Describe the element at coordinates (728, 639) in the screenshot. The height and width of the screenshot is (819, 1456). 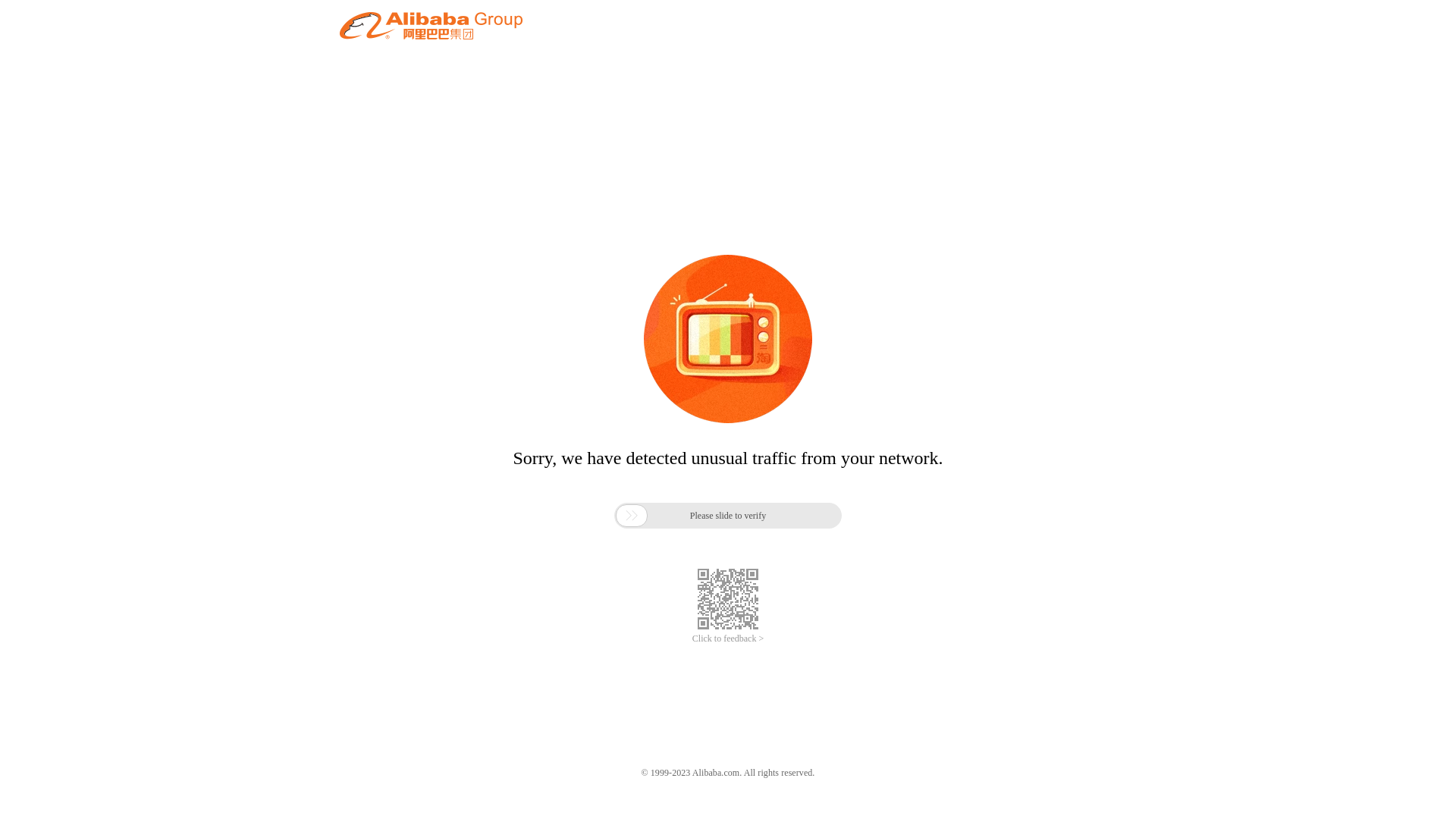
I see `'Click to feedback >'` at that location.